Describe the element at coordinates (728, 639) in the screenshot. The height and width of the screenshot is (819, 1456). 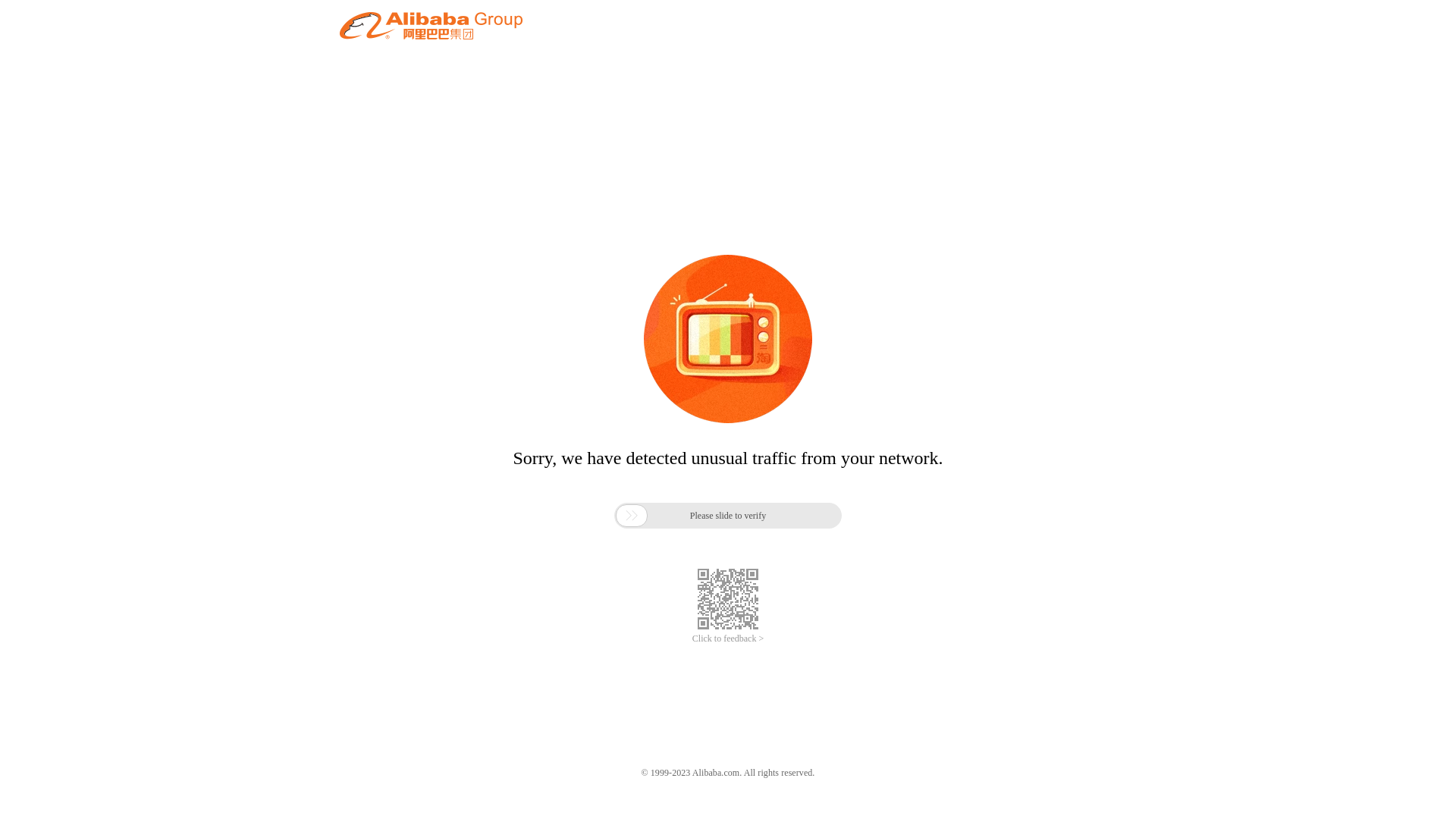
I see `'Click to feedback >'` at that location.